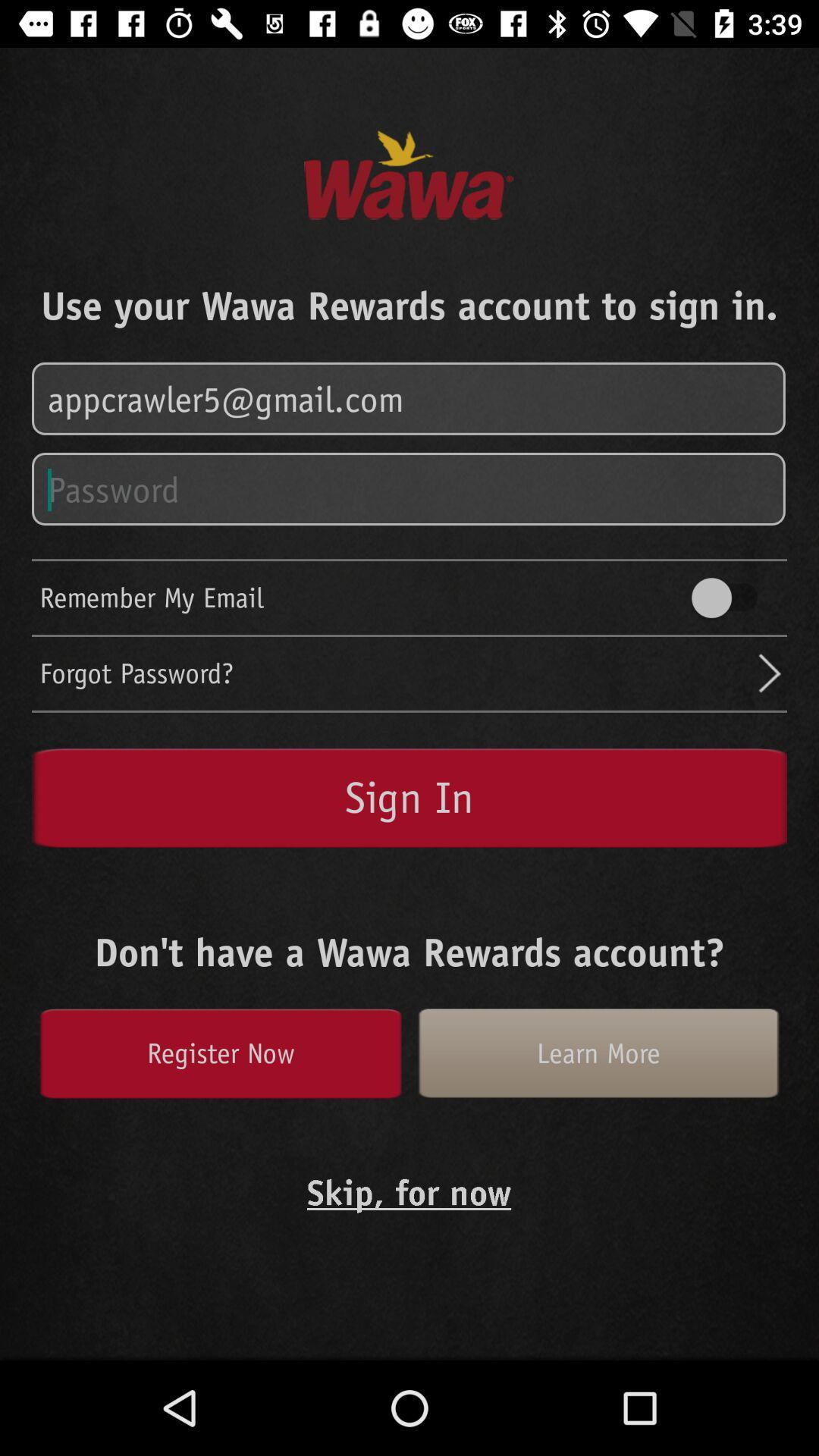 The image size is (819, 1456). What do you see at coordinates (409, 177) in the screenshot?
I see `the text wawa which is in the middle of page` at bounding box center [409, 177].